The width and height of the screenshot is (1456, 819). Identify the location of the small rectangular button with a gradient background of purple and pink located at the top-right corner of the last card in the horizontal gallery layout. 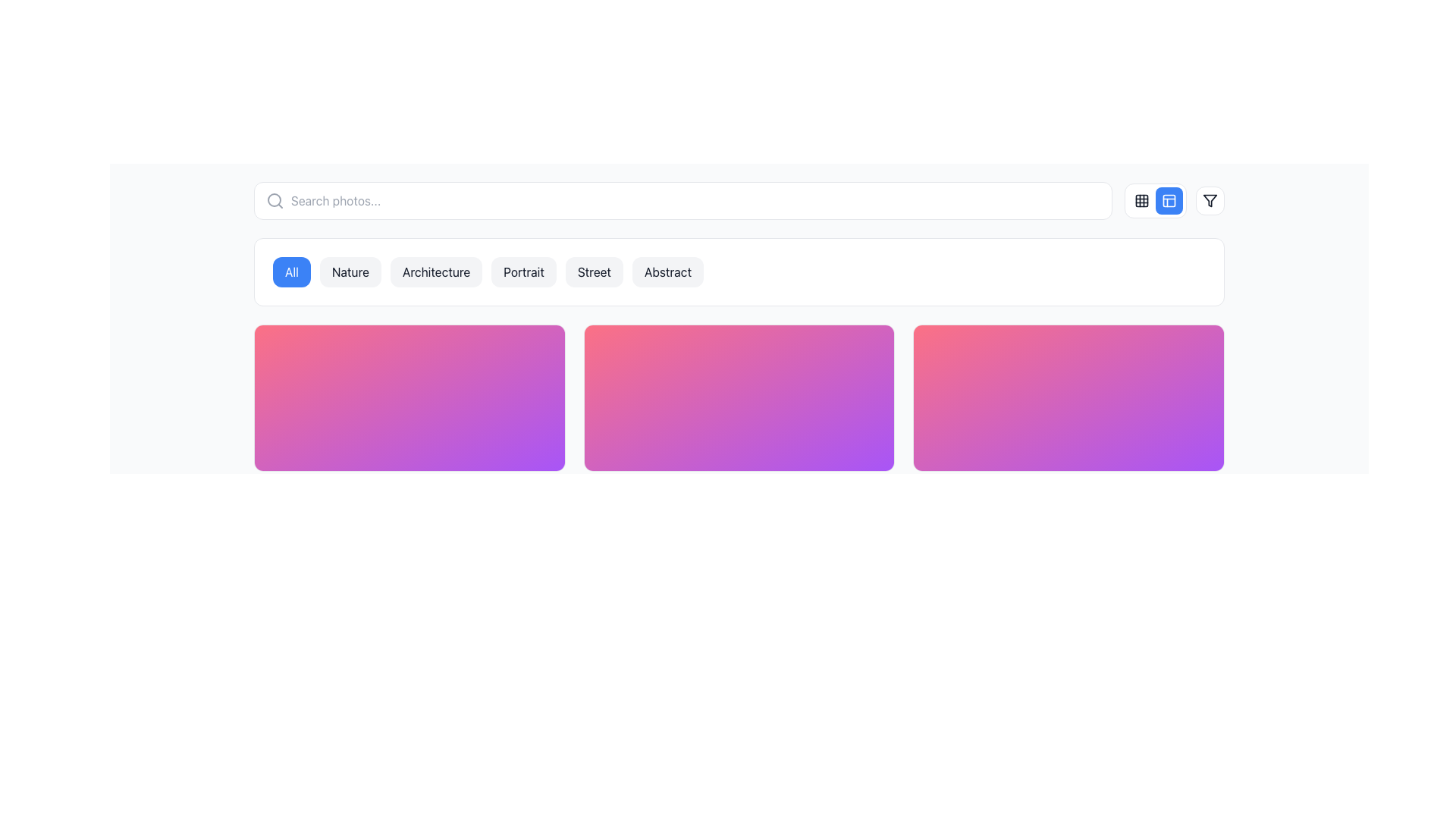
(1166, 350).